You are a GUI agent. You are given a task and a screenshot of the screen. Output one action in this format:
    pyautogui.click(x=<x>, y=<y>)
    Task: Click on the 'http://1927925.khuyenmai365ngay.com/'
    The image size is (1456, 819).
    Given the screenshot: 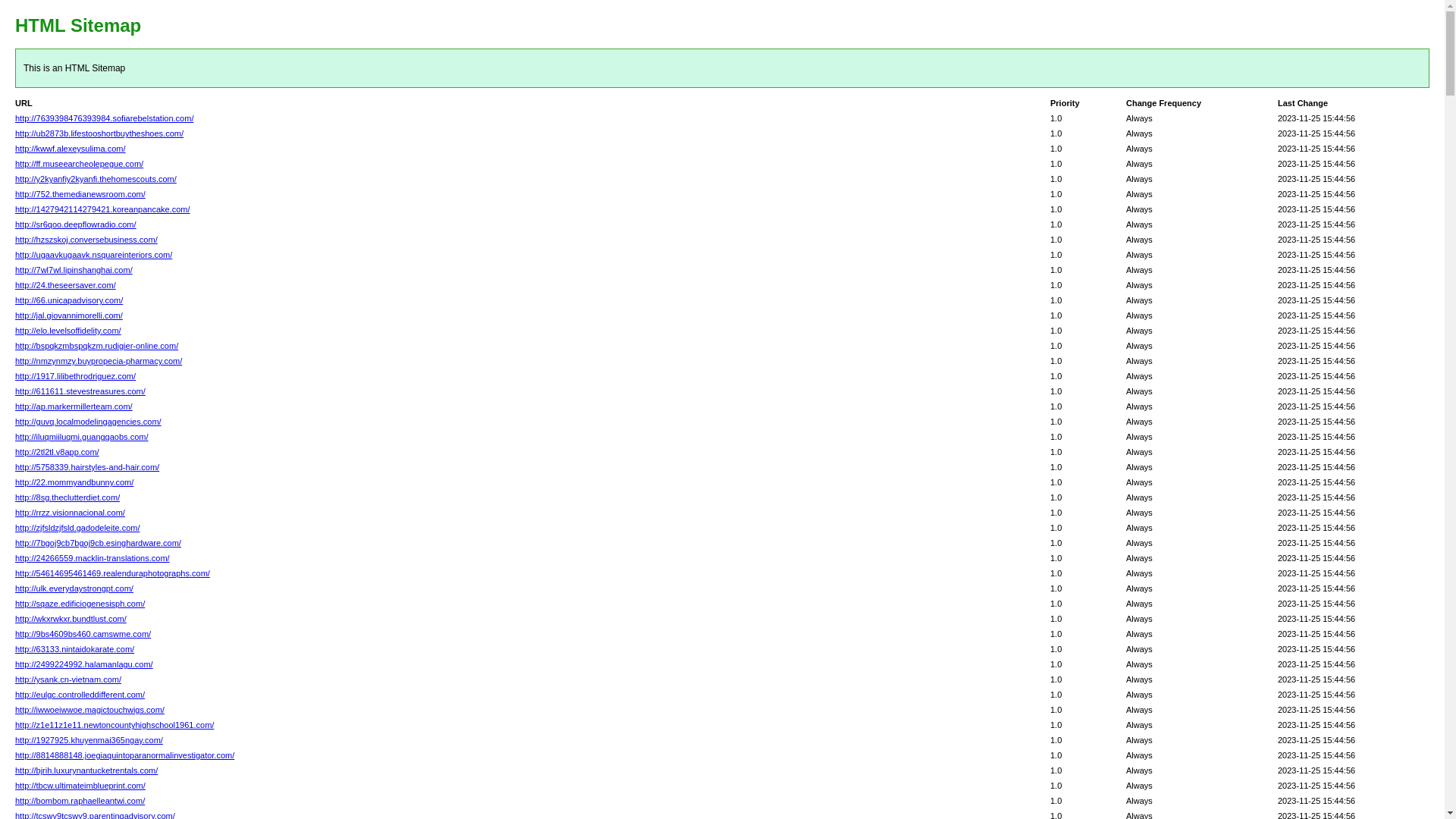 What is the action you would take?
    pyautogui.click(x=88, y=739)
    